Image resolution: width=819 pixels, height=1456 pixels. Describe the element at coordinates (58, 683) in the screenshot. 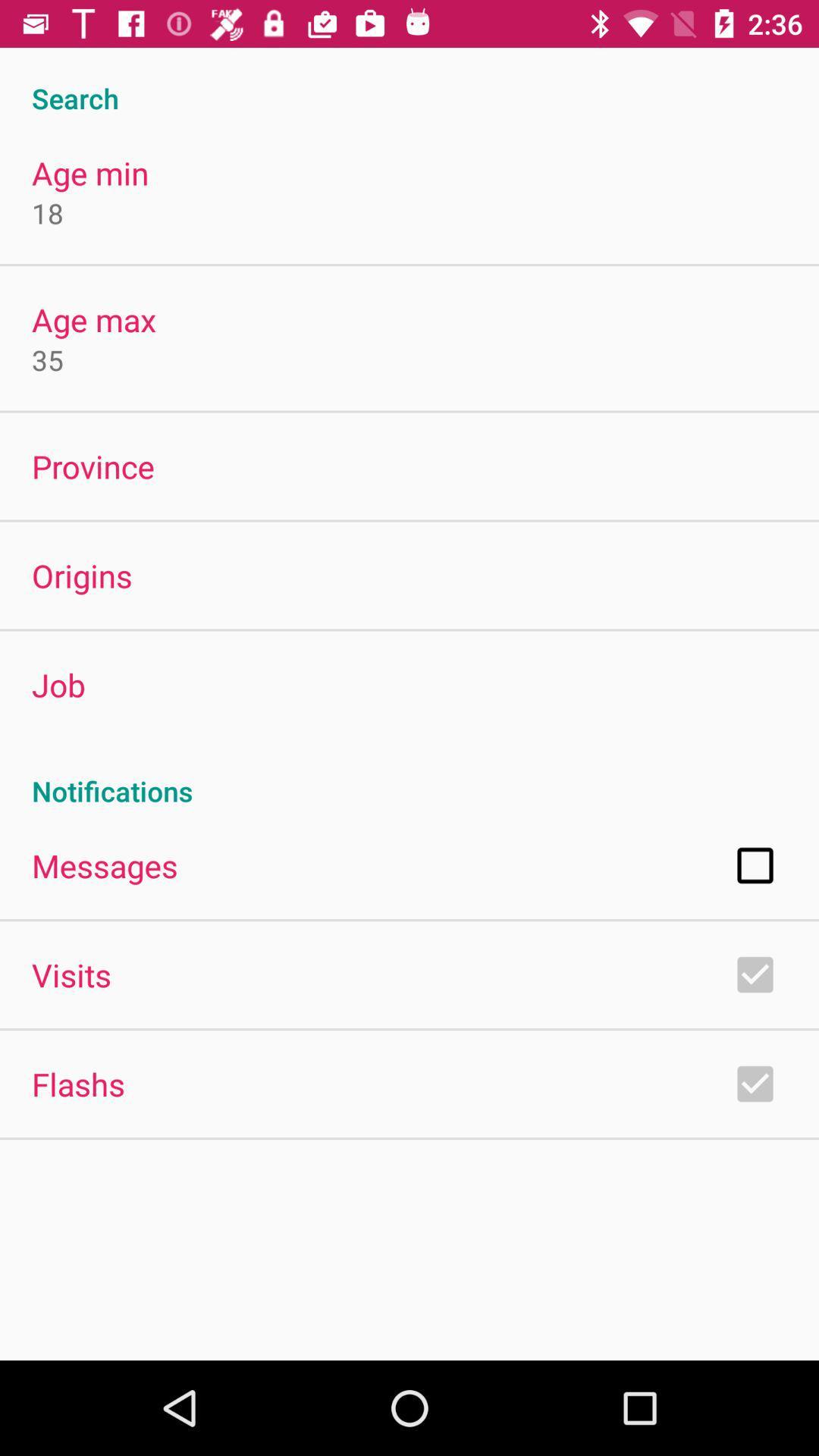

I see `the app above the notifications icon` at that location.